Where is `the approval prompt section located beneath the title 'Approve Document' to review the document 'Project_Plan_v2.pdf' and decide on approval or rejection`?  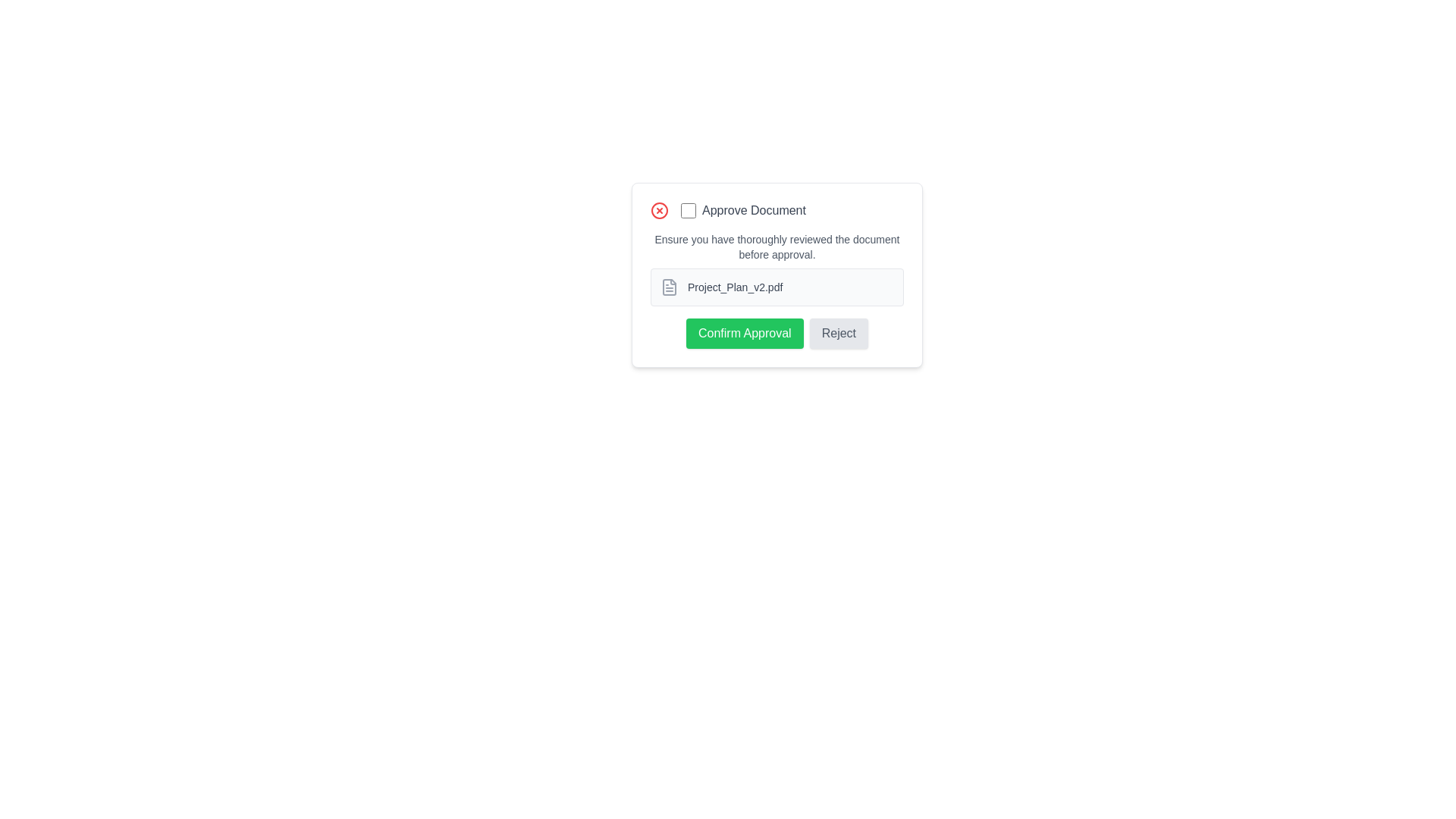
the approval prompt section located beneath the title 'Approve Document' to review the document 'Project_Plan_v2.pdf' and decide on approval or rejection is located at coordinates (777, 275).